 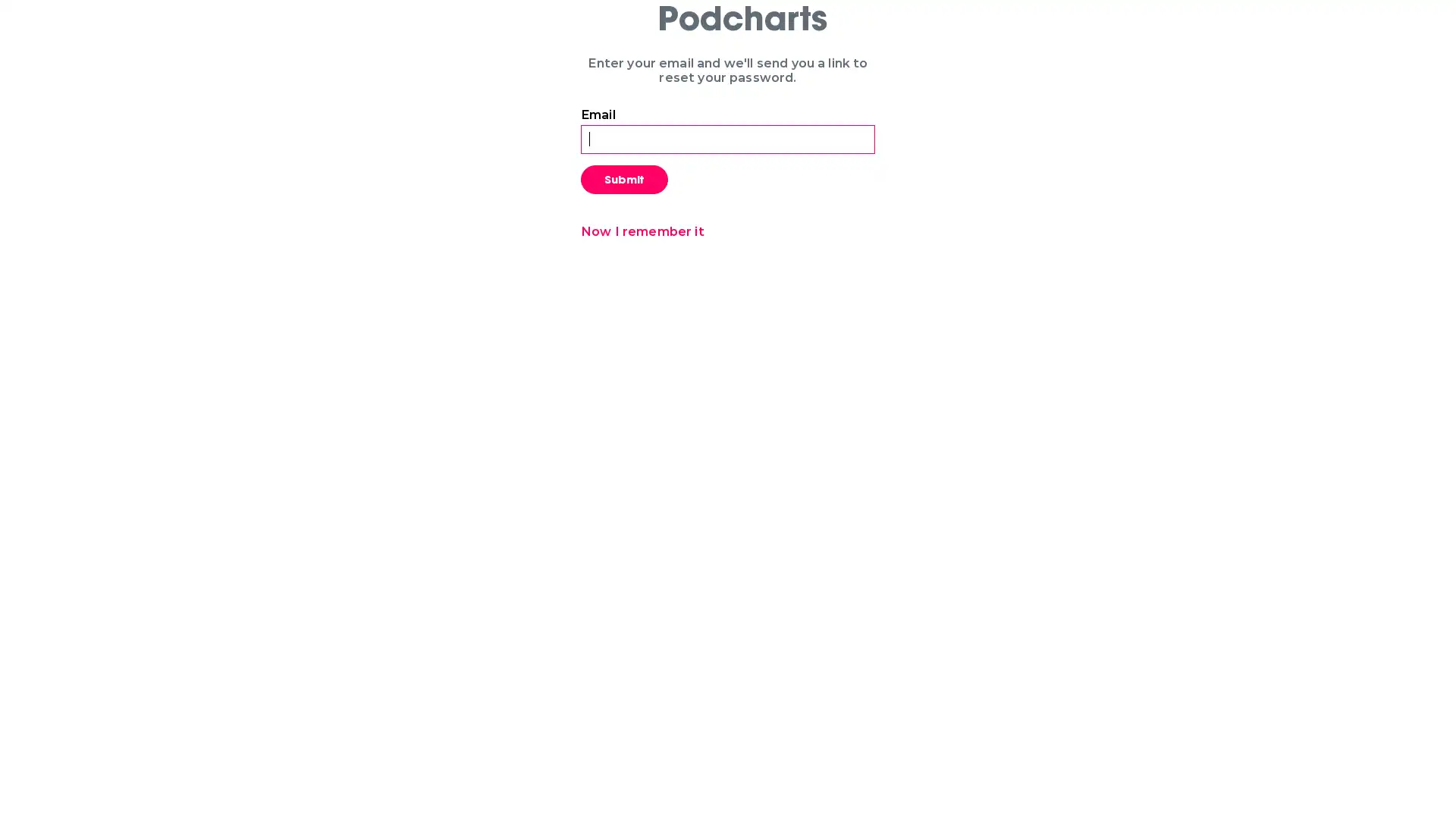 What do you see at coordinates (624, 177) in the screenshot?
I see `Submit` at bounding box center [624, 177].